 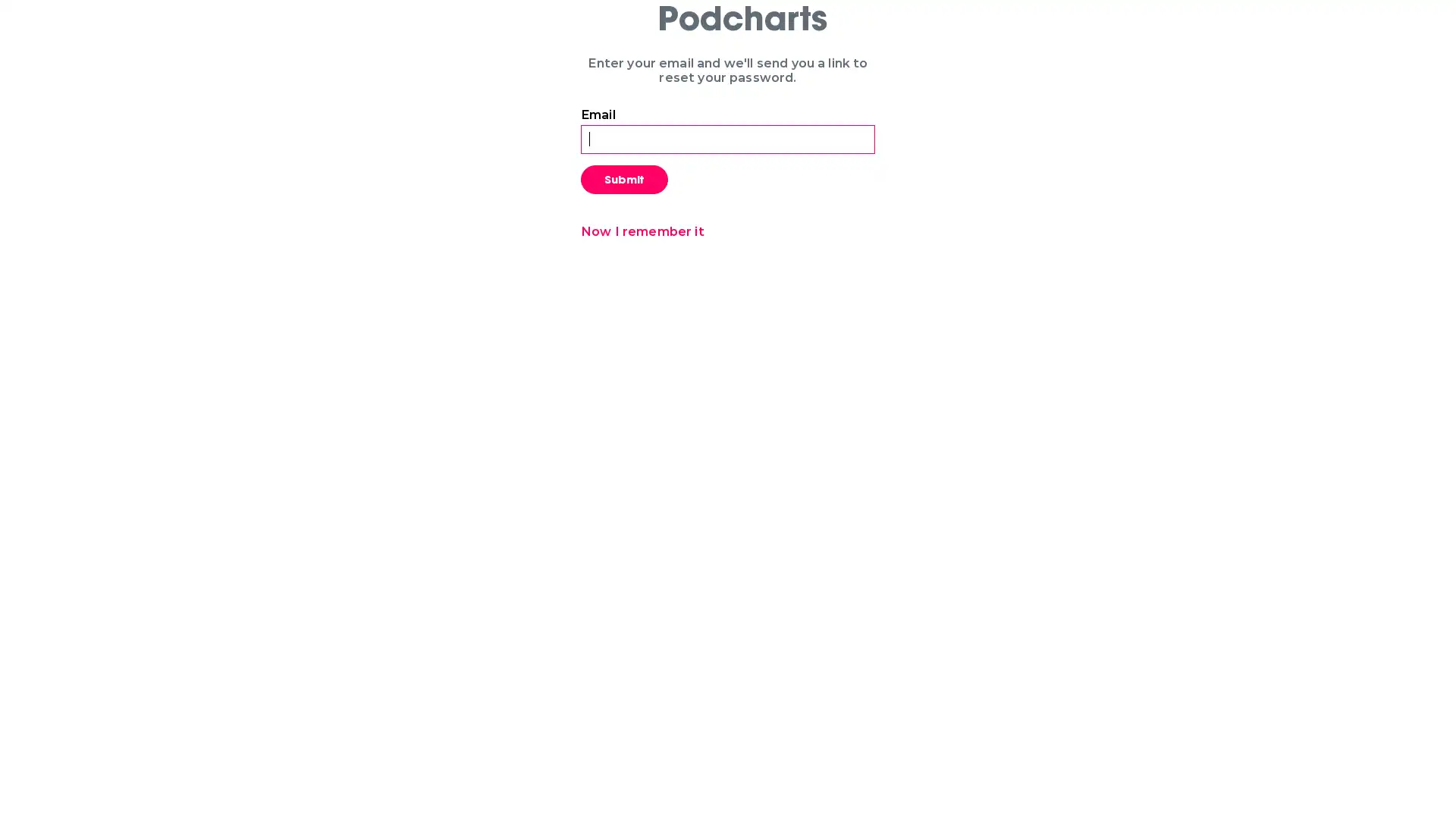 What do you see at coordinates (624, 177) in the screenshot?
I see `Submit` at bounding box center [624, 177].